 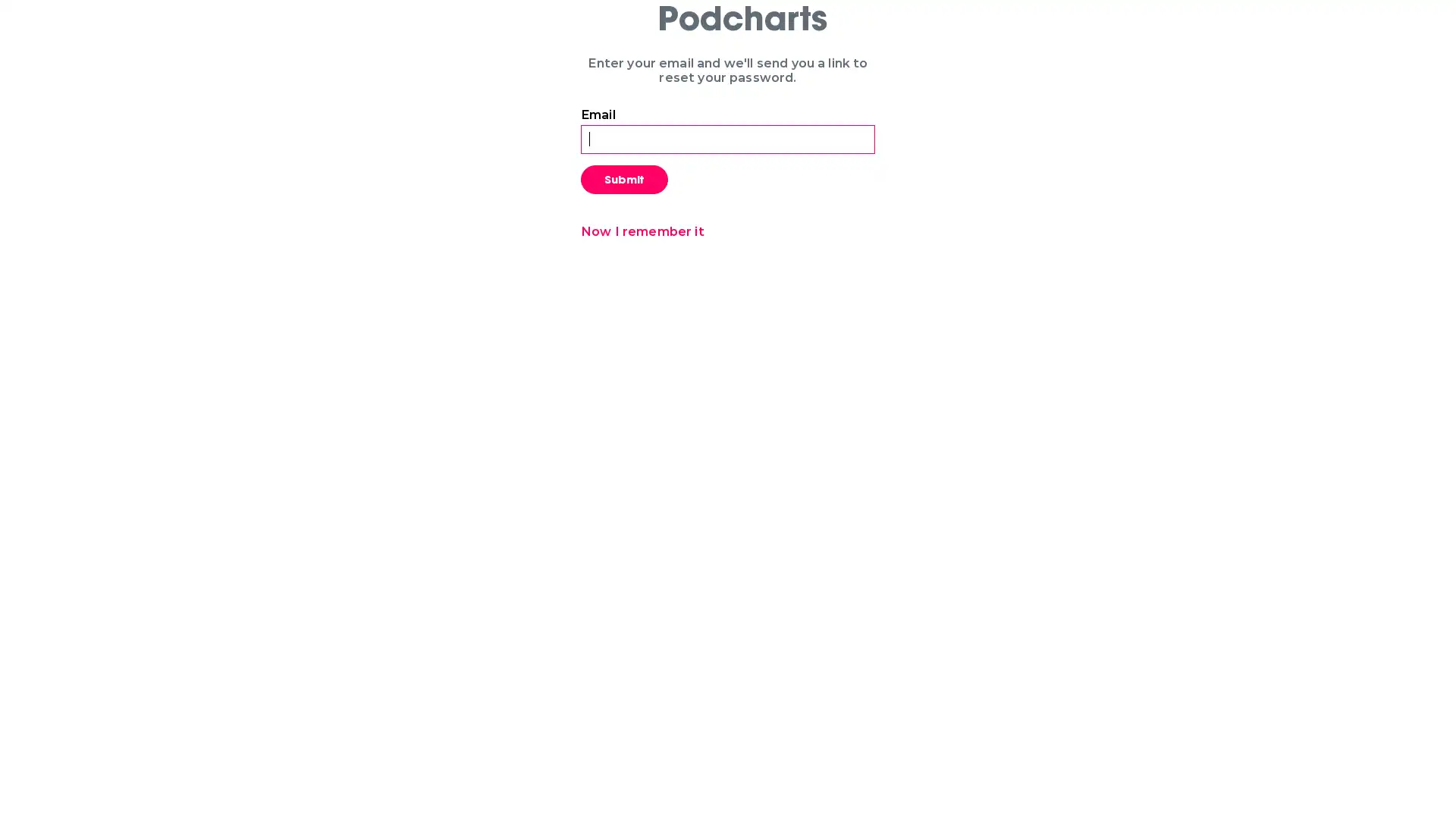 What do you see at coordinates (624, 177) in the screenshot?
I see `Submit` at bounding box center [624, 177].